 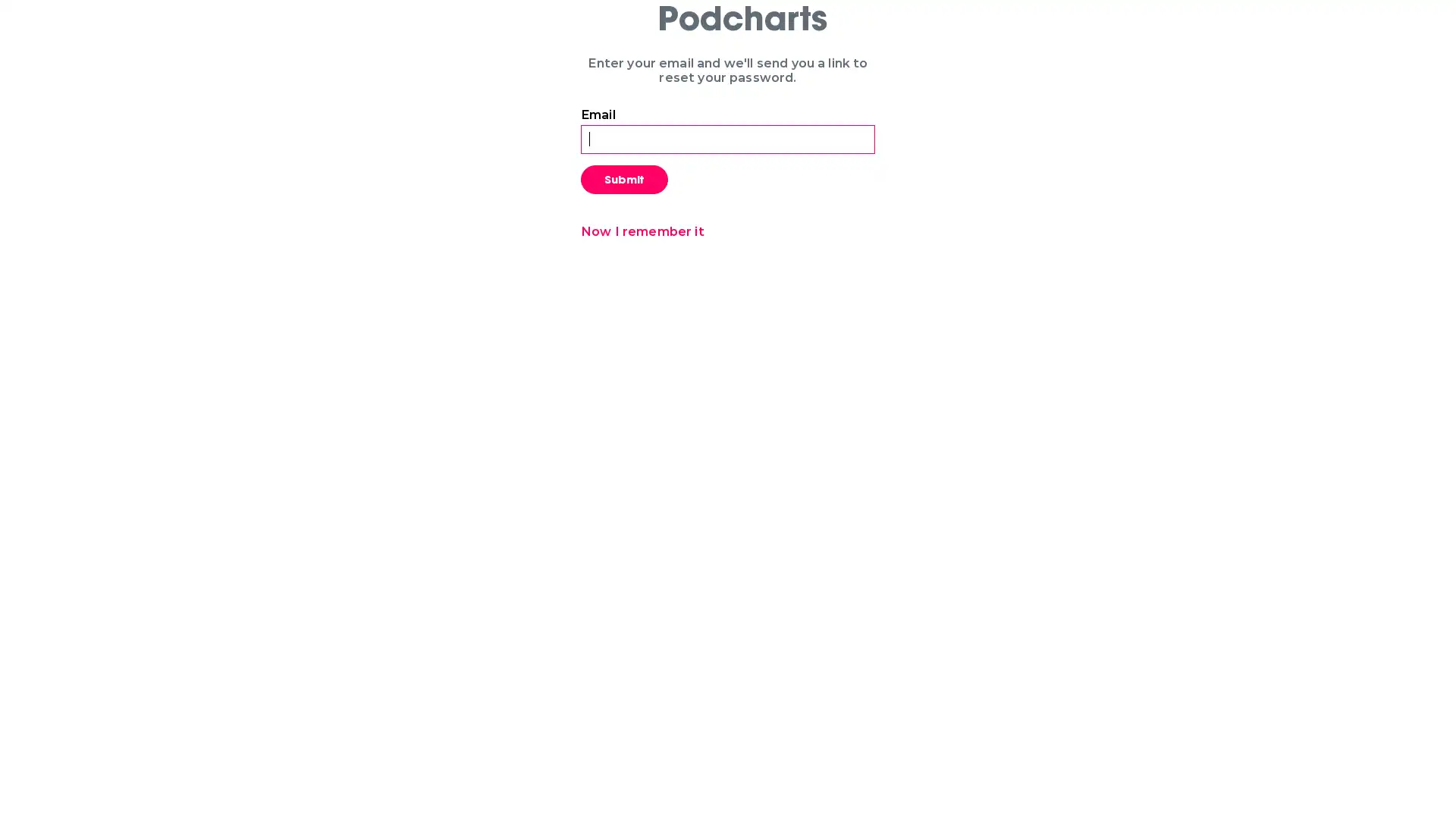 What do you see at coordinates (624, 177) in the screenshot?
I see `Submit` at bounding box center [624, 177].